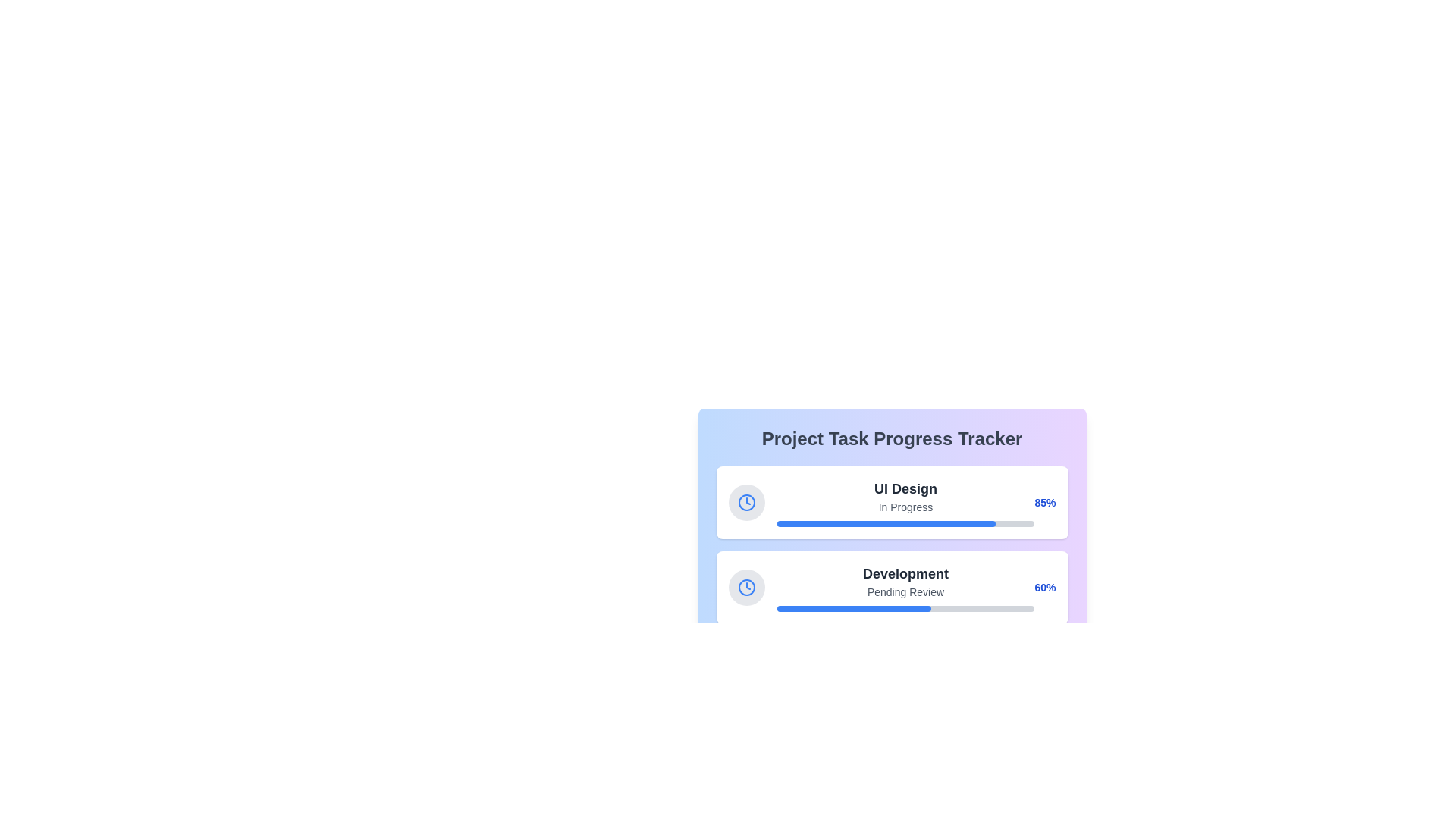  What do you see at coordinates (892, 503) in the screenshot?
I see `the composite card component that represents the status and progress of the project task 'UI Design', which is the first item in a vertical list of similar components` at bounding box center [892, 503].